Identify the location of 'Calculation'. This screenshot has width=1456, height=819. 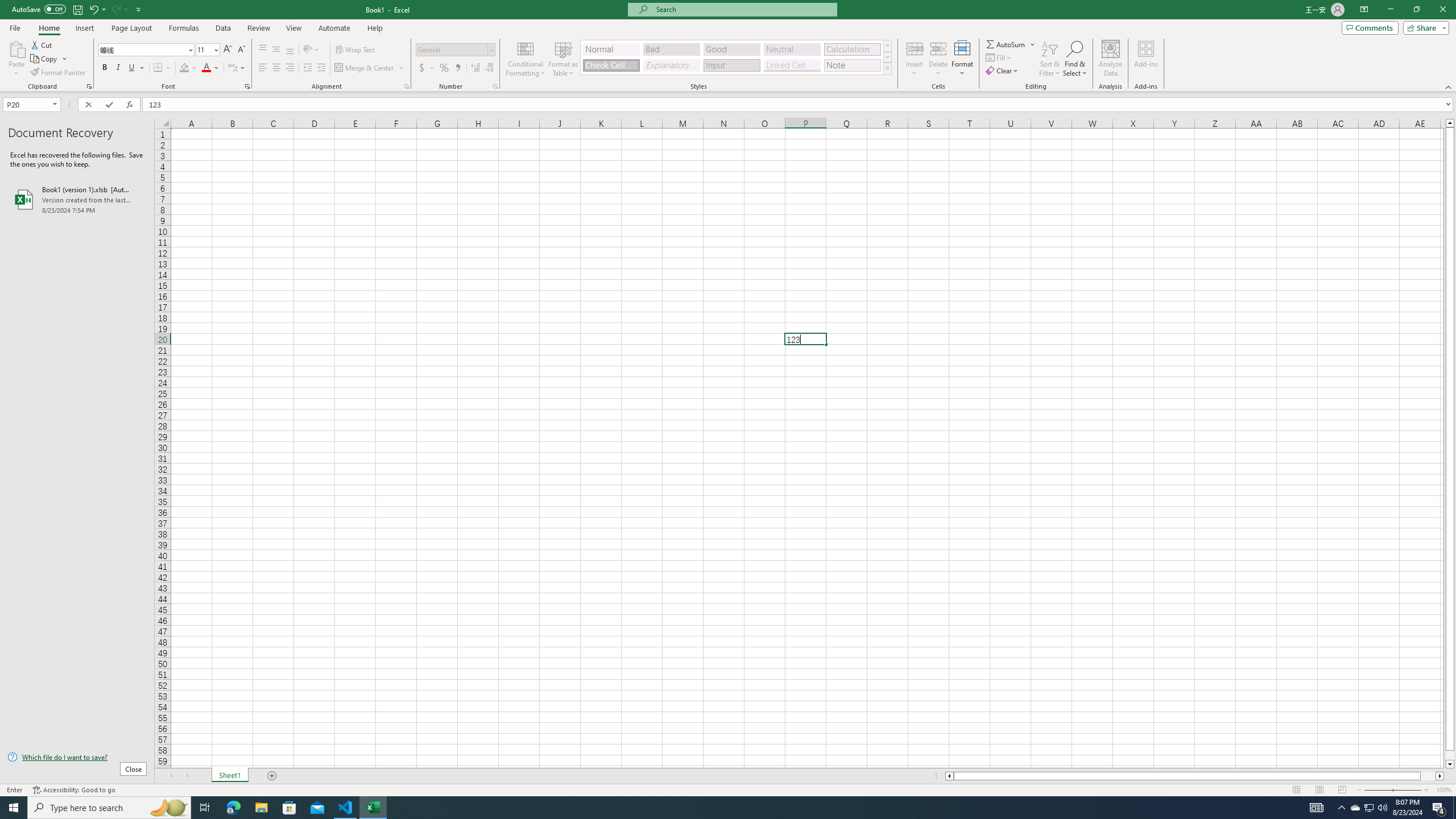
(851, 49).